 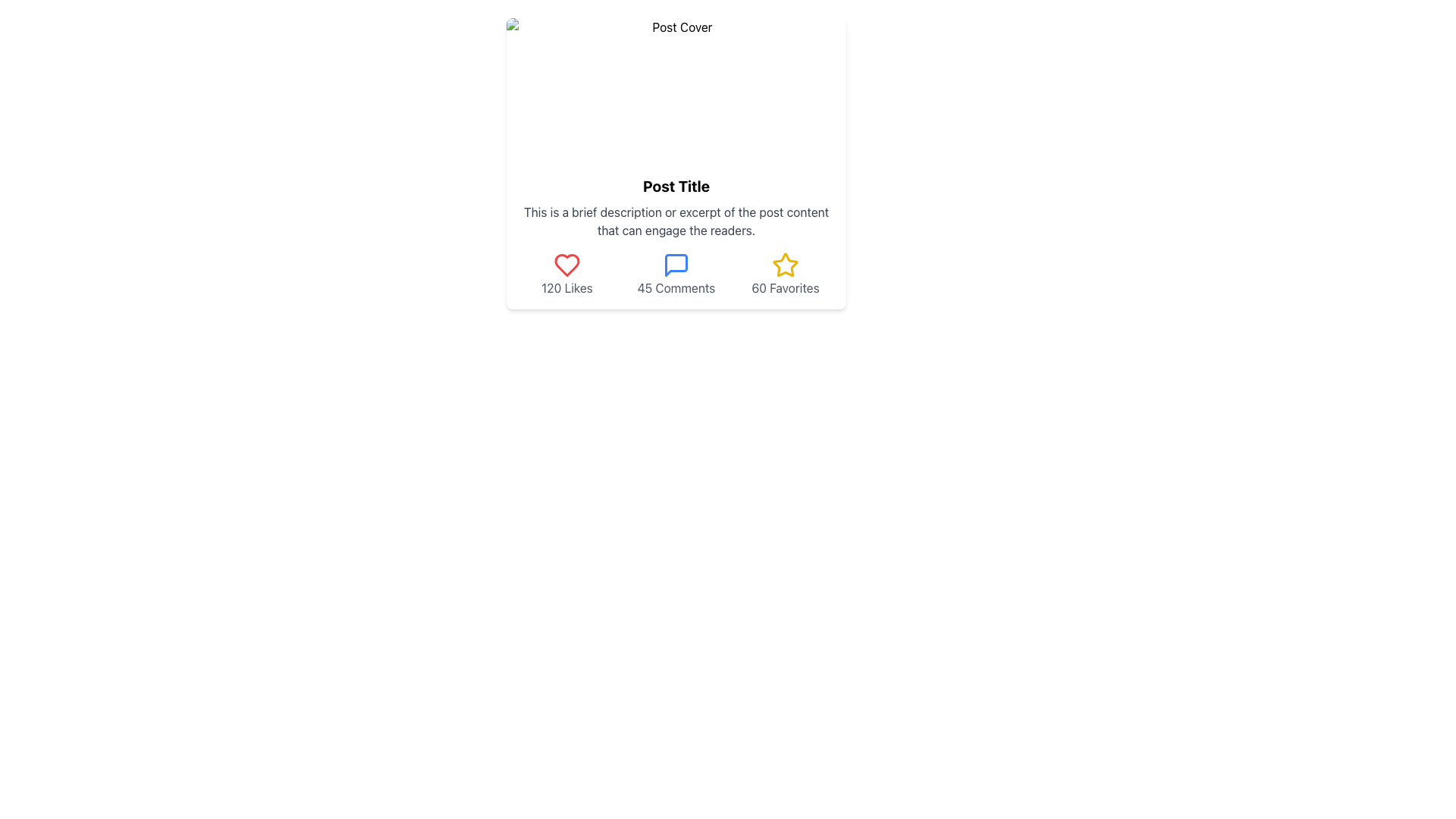 I want to click on the Text Display element that shows the number of comments associated with the content, located centrally in the bottom section of the interface, so click(x=676, y=288).